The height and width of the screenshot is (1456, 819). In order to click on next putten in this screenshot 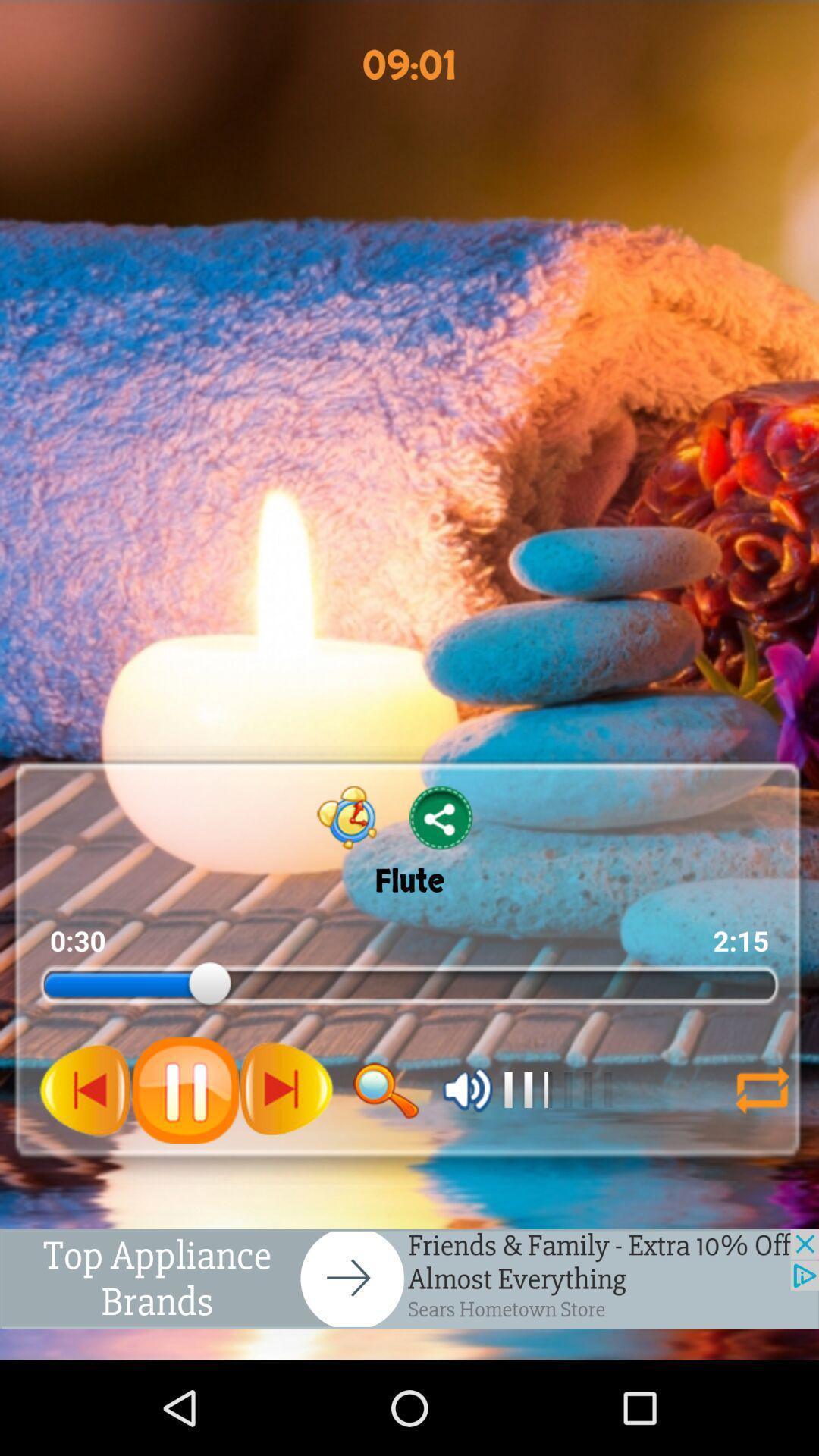, I will do `click(286, 1089)`.